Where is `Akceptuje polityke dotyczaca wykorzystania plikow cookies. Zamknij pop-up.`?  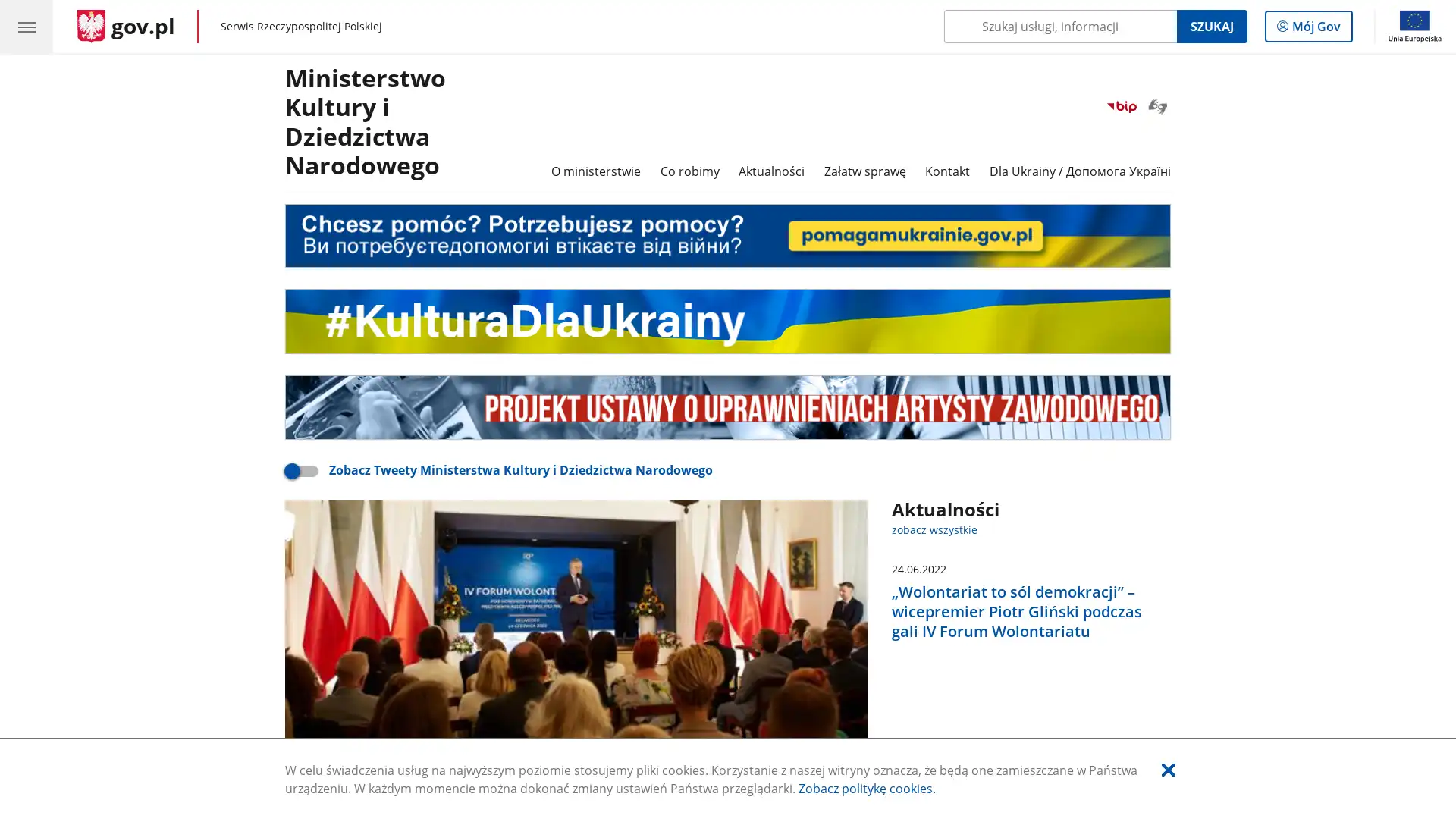
Akceptuje polityke dotyczaca wykorzystania plikow cookies. Zamknij pop-up. is located at coordinates (1167, 769).